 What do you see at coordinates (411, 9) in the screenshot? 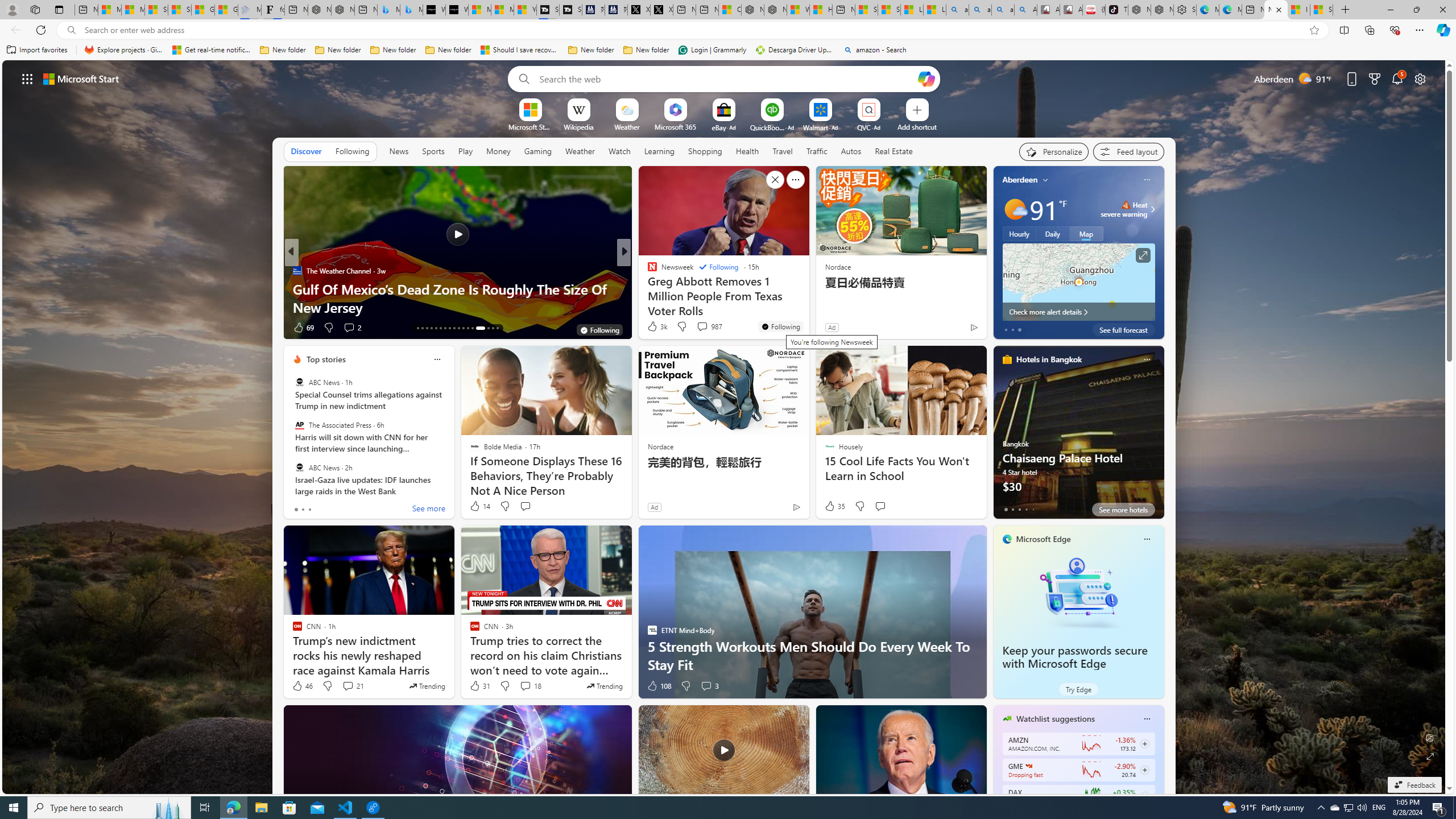
I see `'Microsoft Bing Travel - Shangri-La Hotel Bangkok'` at bounding box center [411, 9].